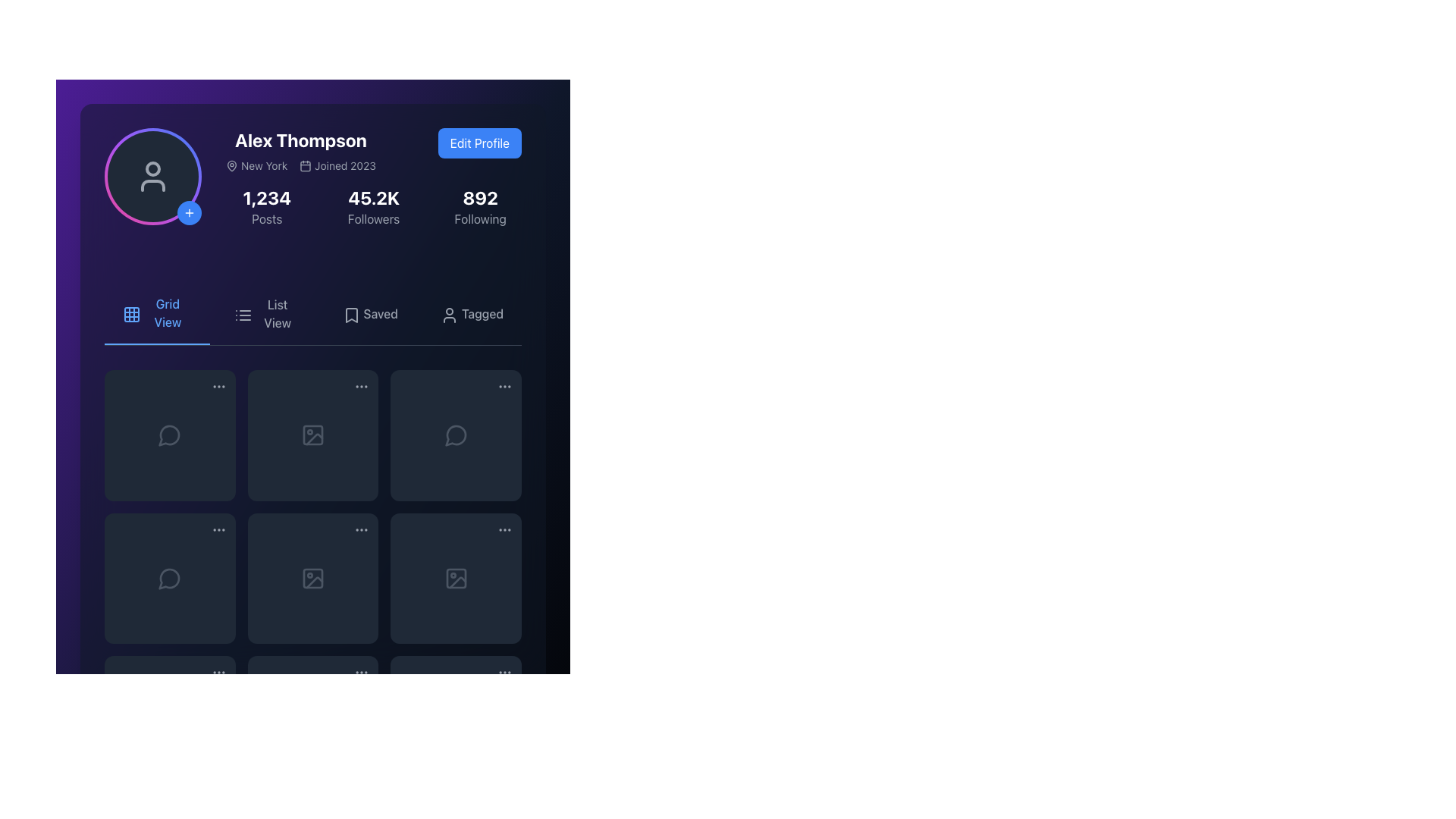  I want to click on the Statistics Display Row located below the user profile details of 'Alex Thompson' and adjacent to the 'Edit Profile' button, so click(374, 207).